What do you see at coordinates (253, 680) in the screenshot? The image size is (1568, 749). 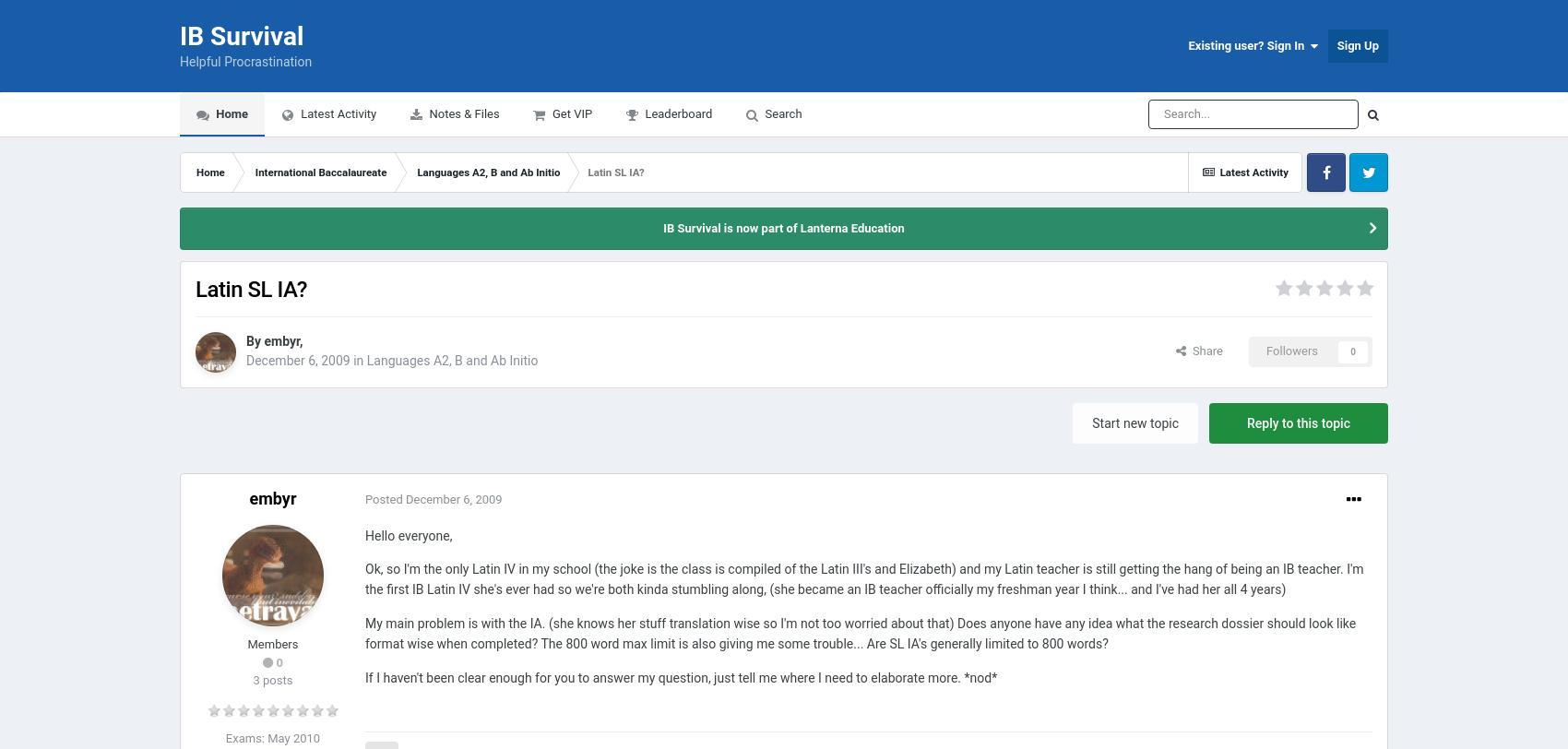 I see `'3 posts'` at bounding box center [253, 680].